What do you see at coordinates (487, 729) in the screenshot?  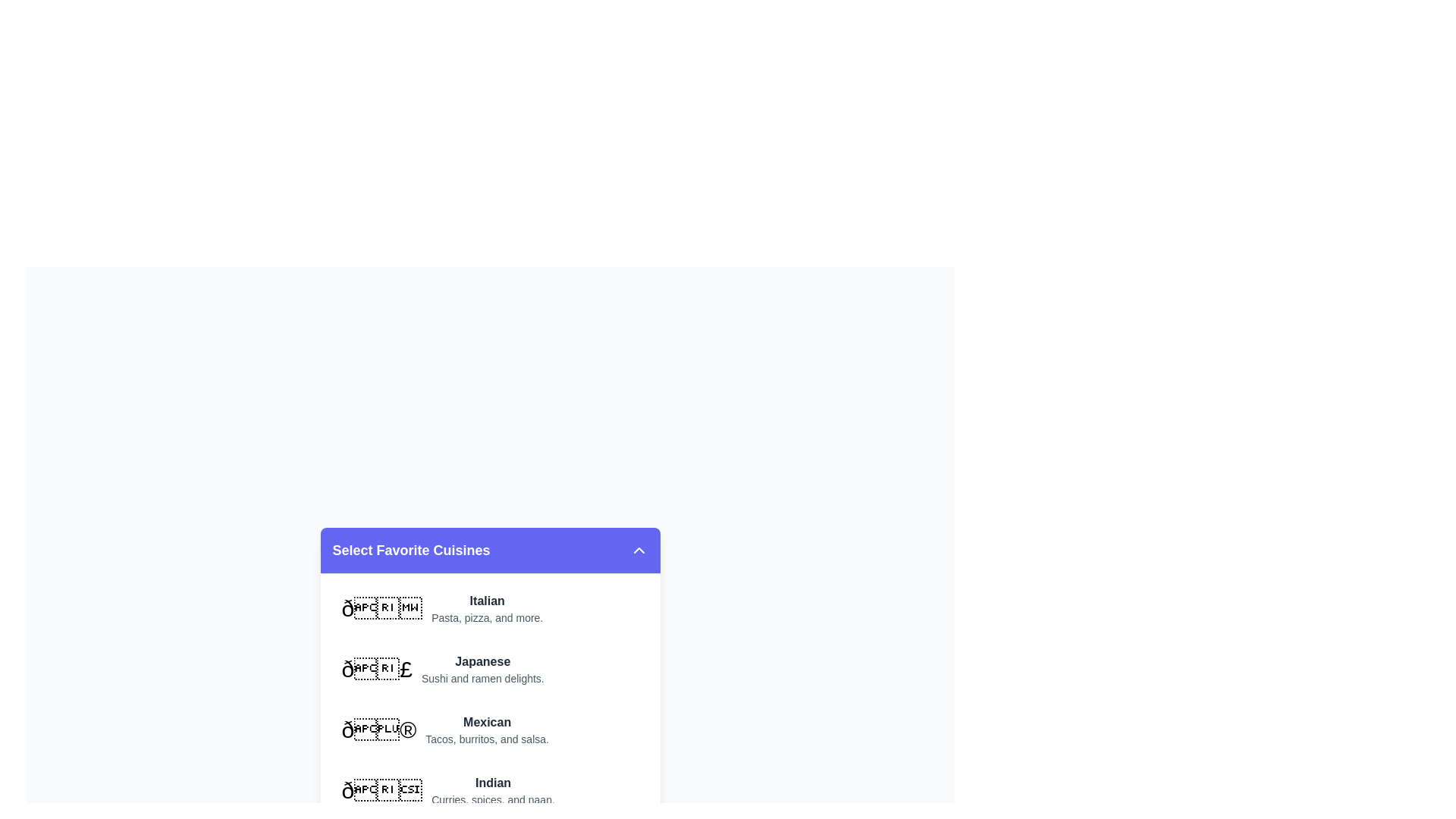 I see `the 'Mexican' text display element in the 'Select Favorite Cuisines' menu, which is the third entry in the list, aligned with a circular emoji` at bounding box center [487, 729].